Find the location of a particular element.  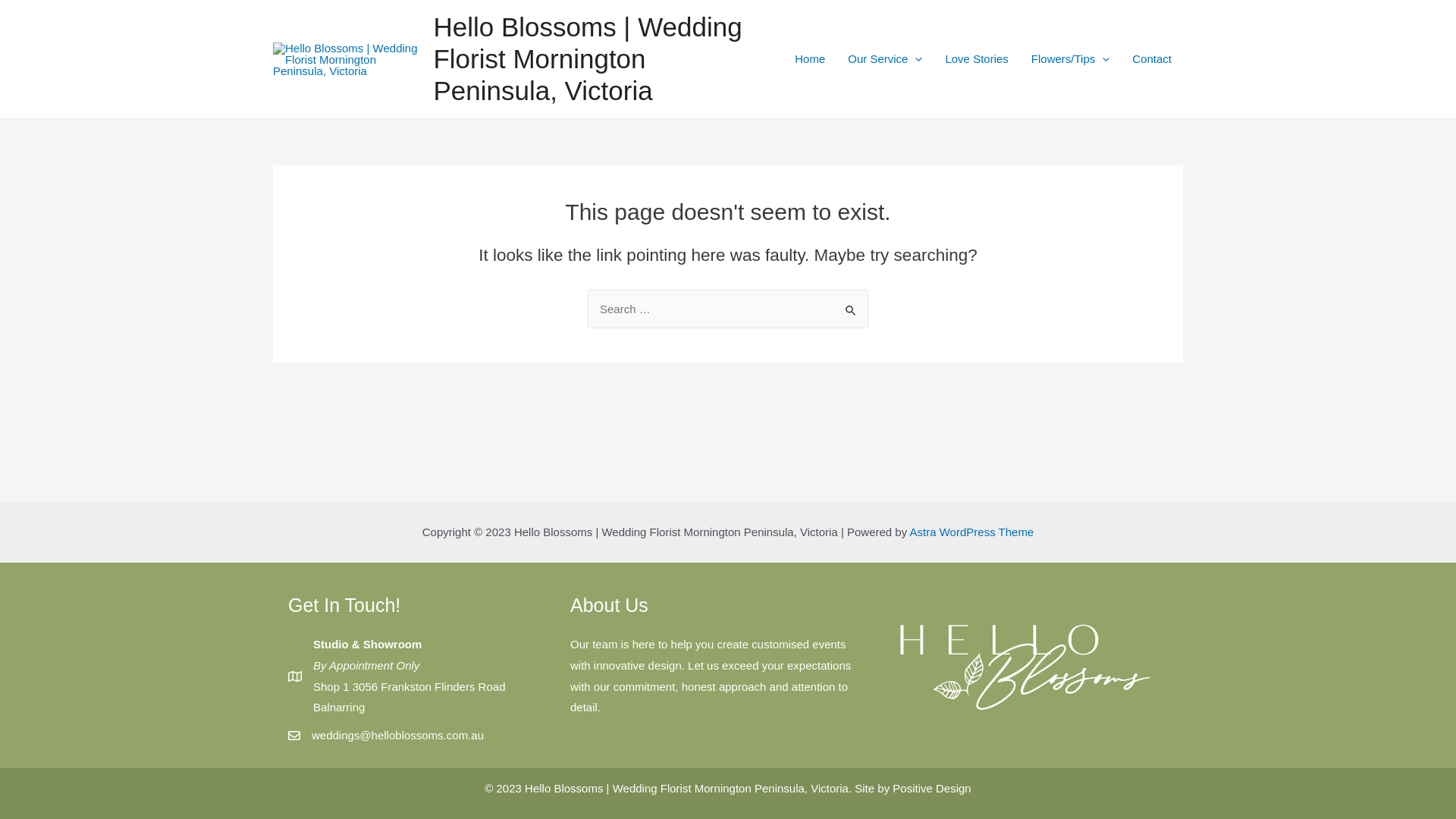

'Our Service' is located at coordinates (884, 58).